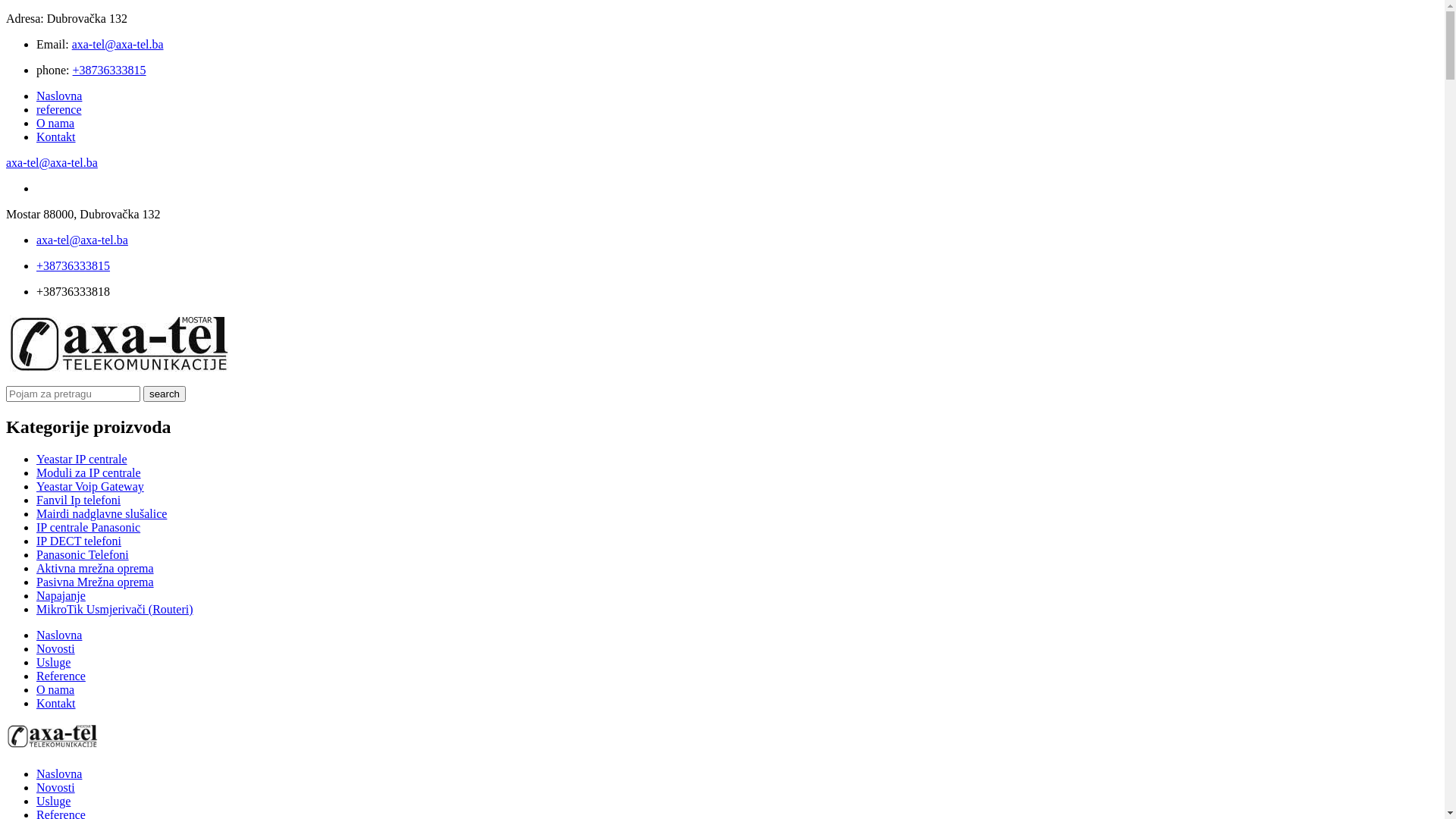 This screenshot has height=819, width=1456. I want to click on '+38736333815', so click(72, 265).